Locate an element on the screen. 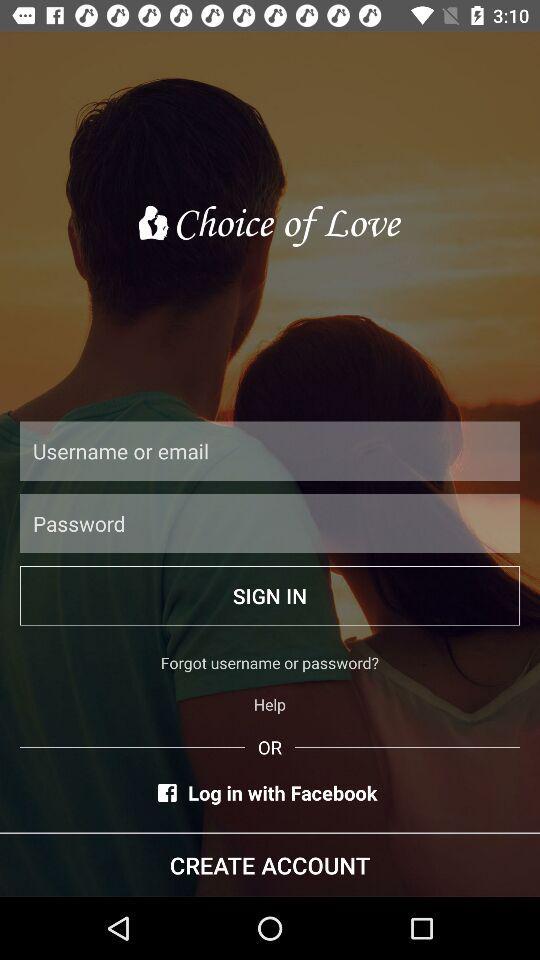  forgot username or is located at coordinates (270, 662).